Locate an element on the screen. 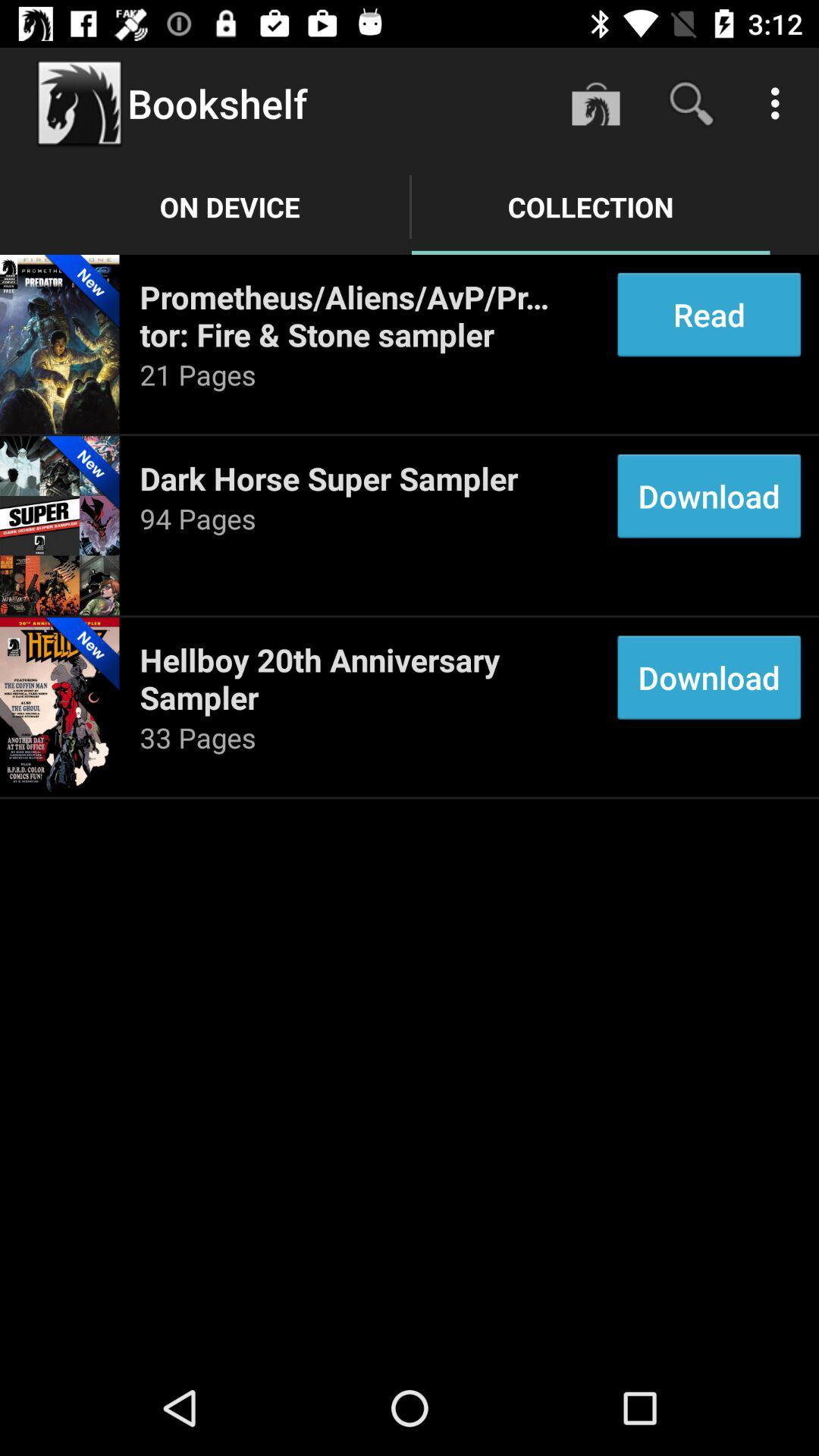 Image resolution: width=819 pixels, height=1456 pixels. the icon to the right of the prometheus aliens avp item is located at coordinates (709, 314).